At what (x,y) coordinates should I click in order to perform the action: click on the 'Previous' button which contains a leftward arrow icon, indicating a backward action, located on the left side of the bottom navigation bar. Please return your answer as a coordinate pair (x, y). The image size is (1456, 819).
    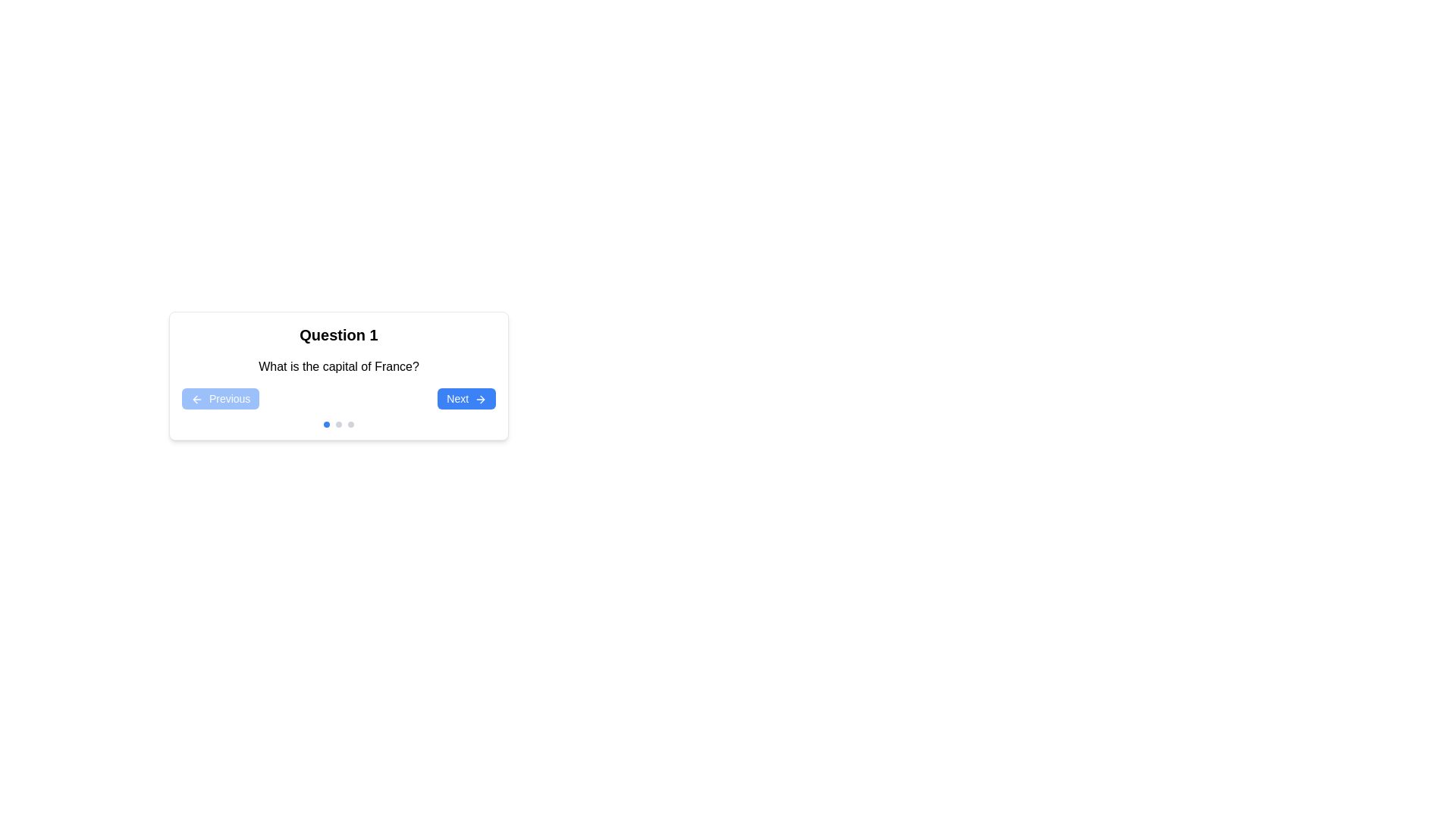
    Looking at the image, I should click on (194, 399).